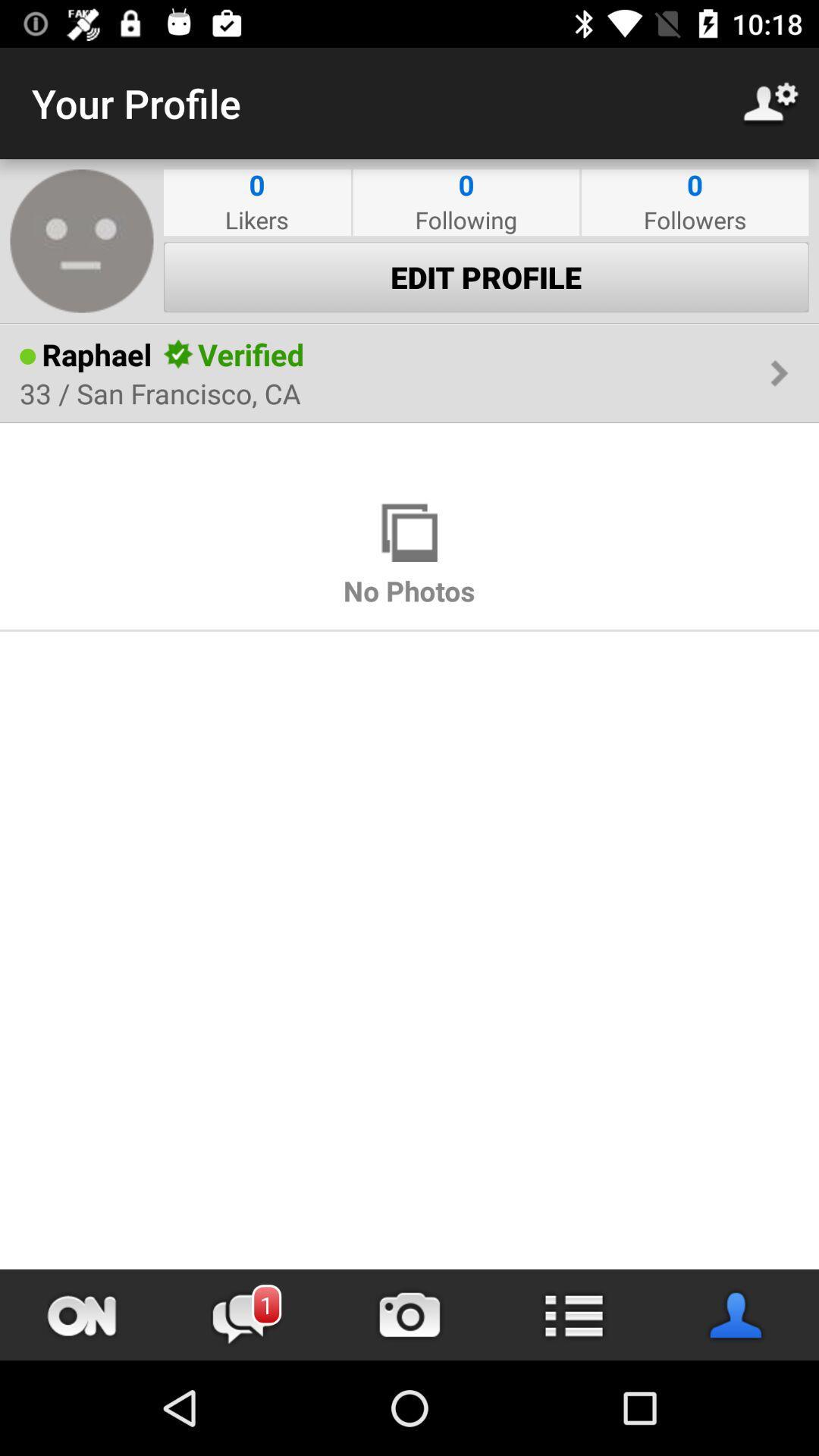 Image resolution: width=819 pixels, height=1456 pixels. I want to click on open contacts, so click(736, 1314).